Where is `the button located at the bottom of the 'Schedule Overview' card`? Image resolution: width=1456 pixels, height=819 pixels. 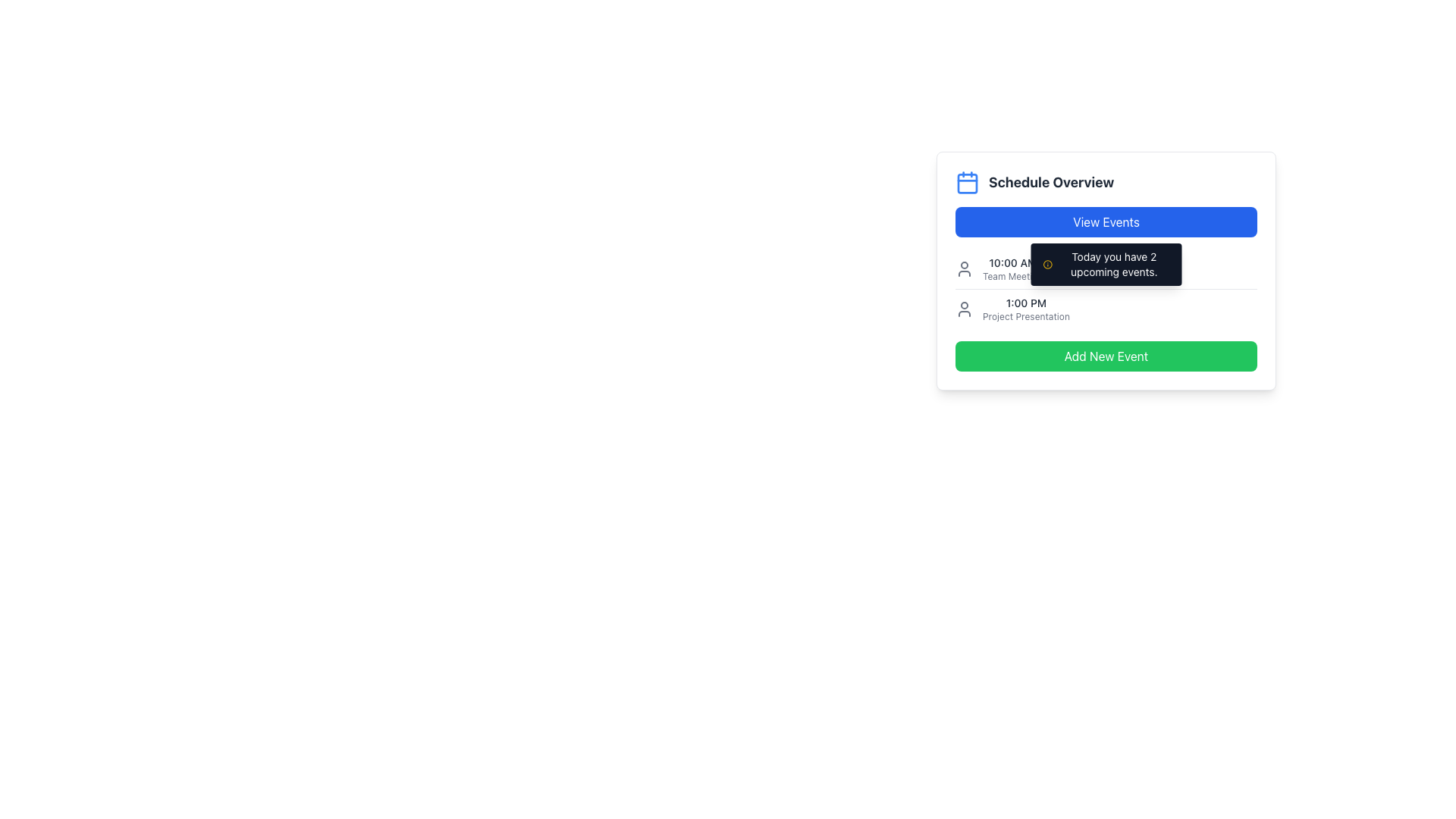
the button located at the bottom of the 'Schedule Overview' card is located at coordinates (1106, 356).